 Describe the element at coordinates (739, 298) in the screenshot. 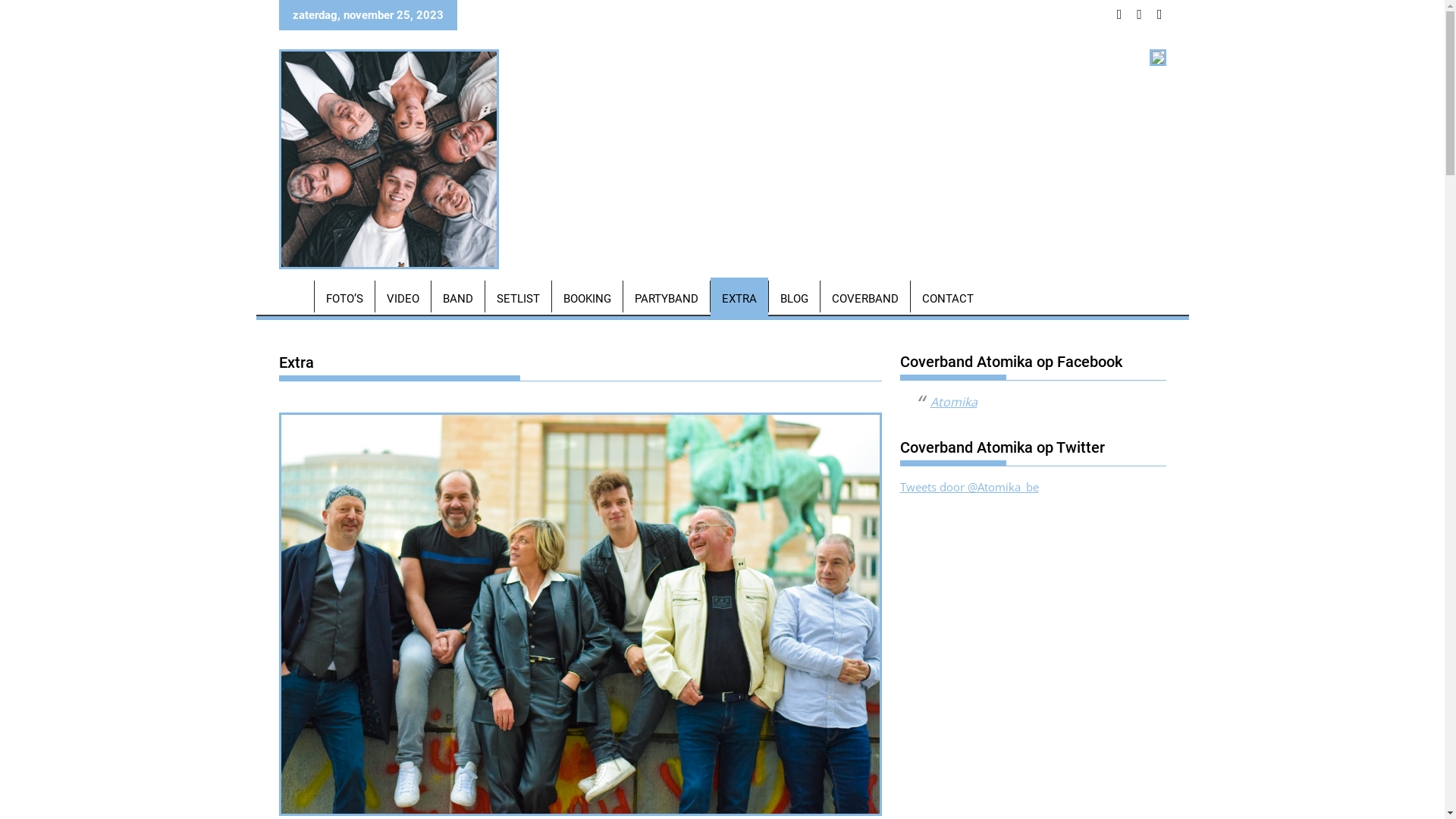

I see `'EXTRA'` at that location.